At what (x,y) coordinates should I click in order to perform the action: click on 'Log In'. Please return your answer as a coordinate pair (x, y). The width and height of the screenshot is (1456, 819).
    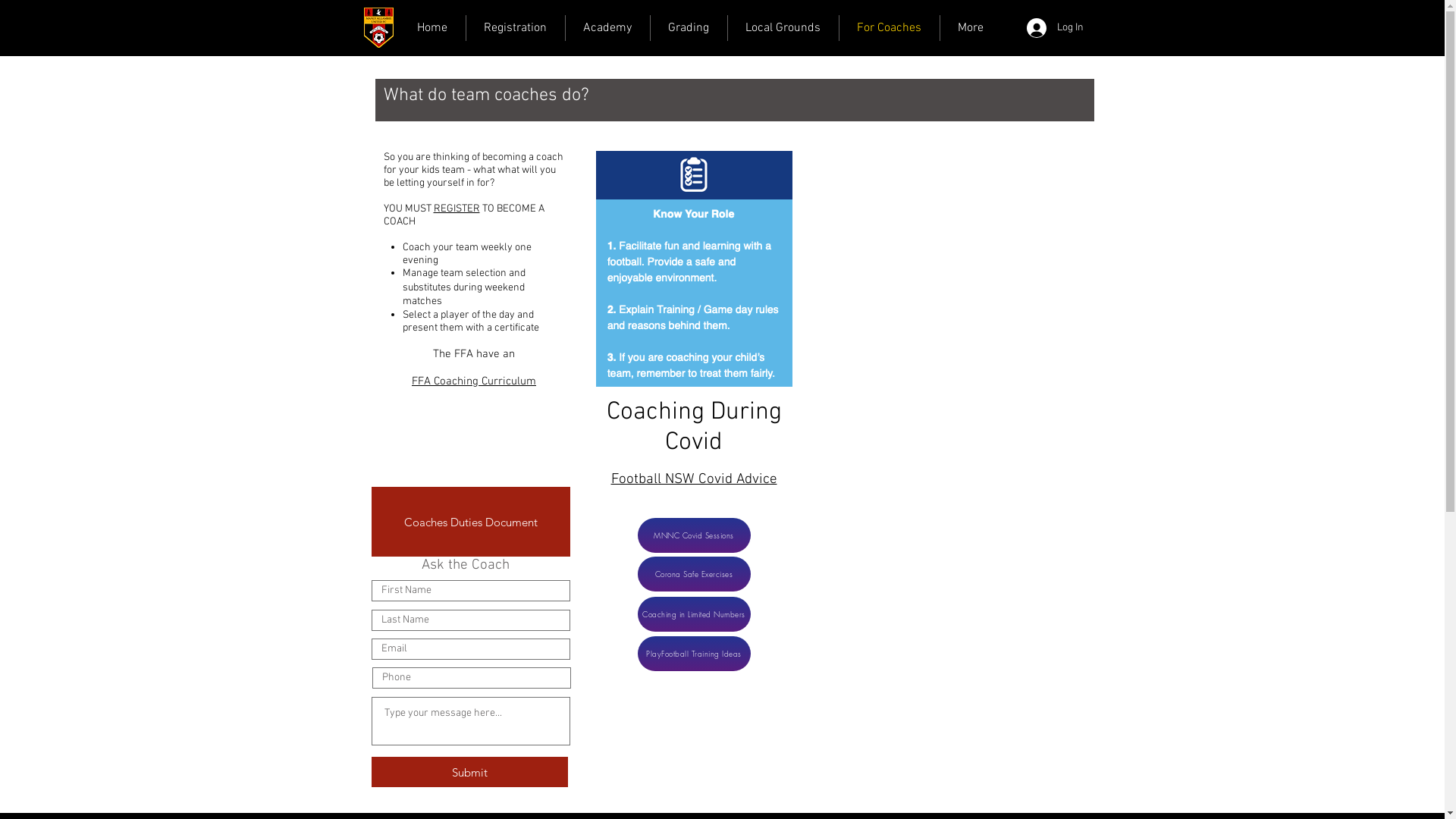
    Looking at the image, I should click on (1015, 28).